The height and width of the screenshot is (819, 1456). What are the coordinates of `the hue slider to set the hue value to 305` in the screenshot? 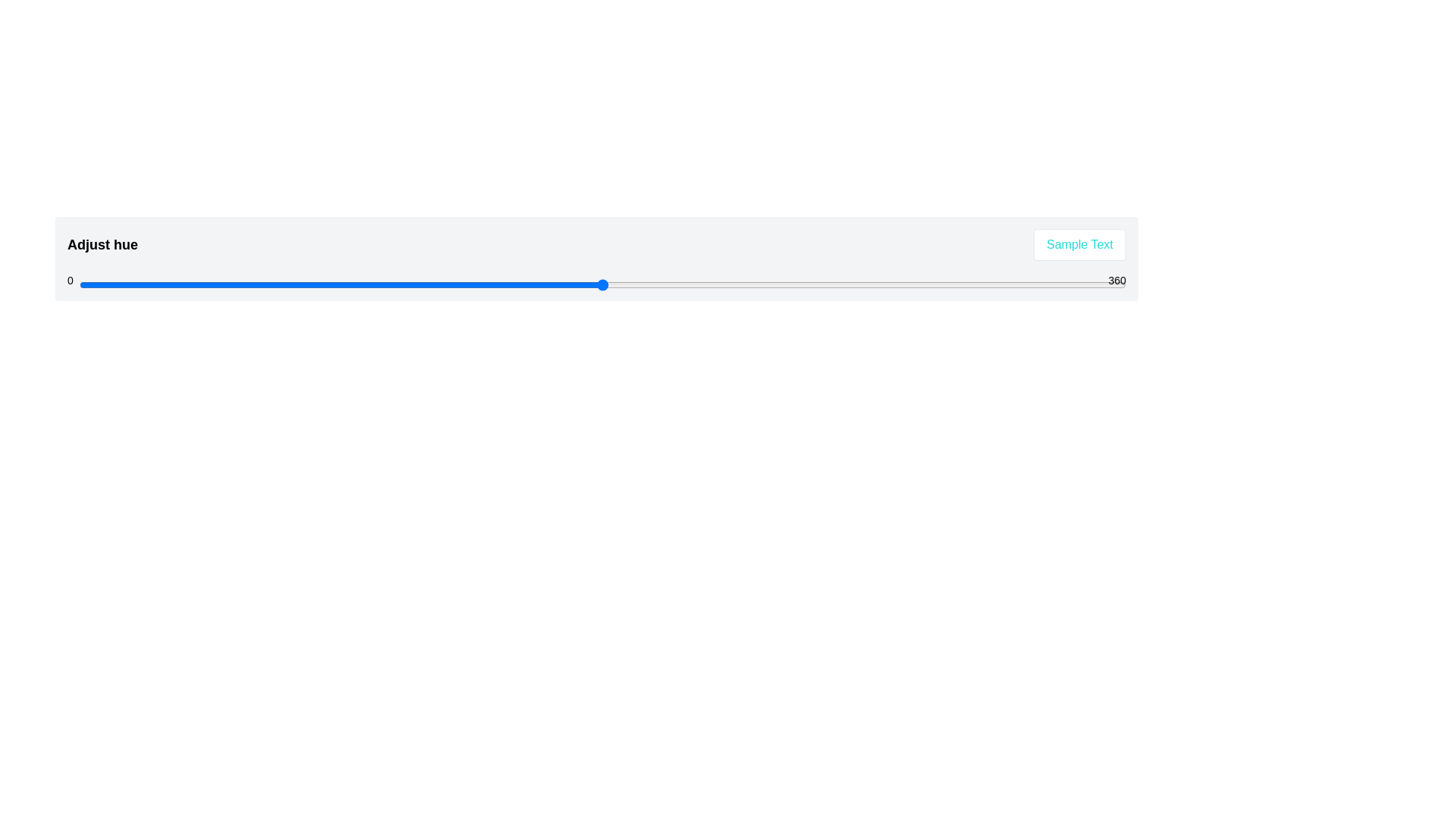 It's located at (965, 284).